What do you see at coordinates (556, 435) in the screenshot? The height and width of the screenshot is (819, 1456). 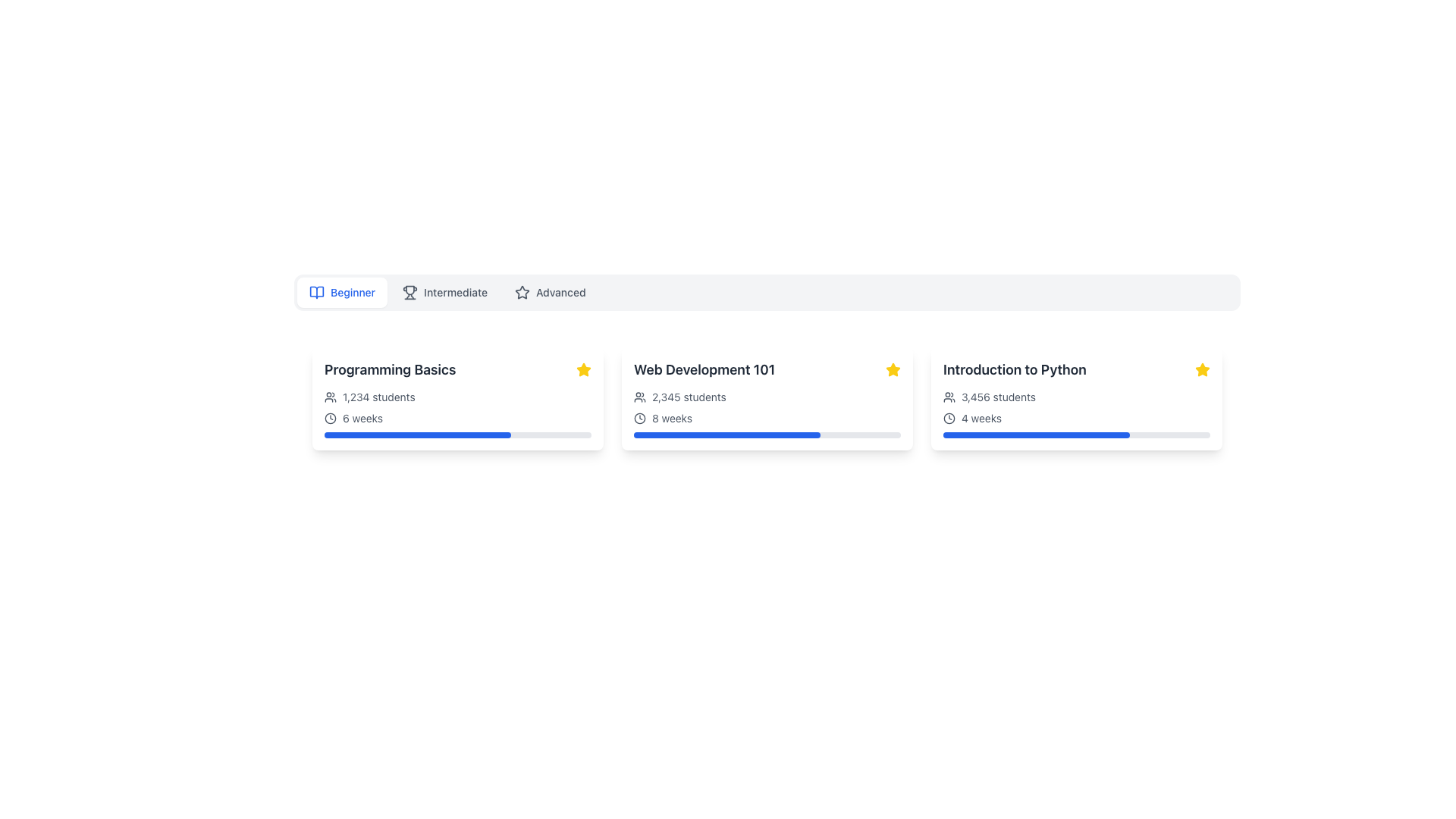 I see `the progress` at bounding box center [556, 435].